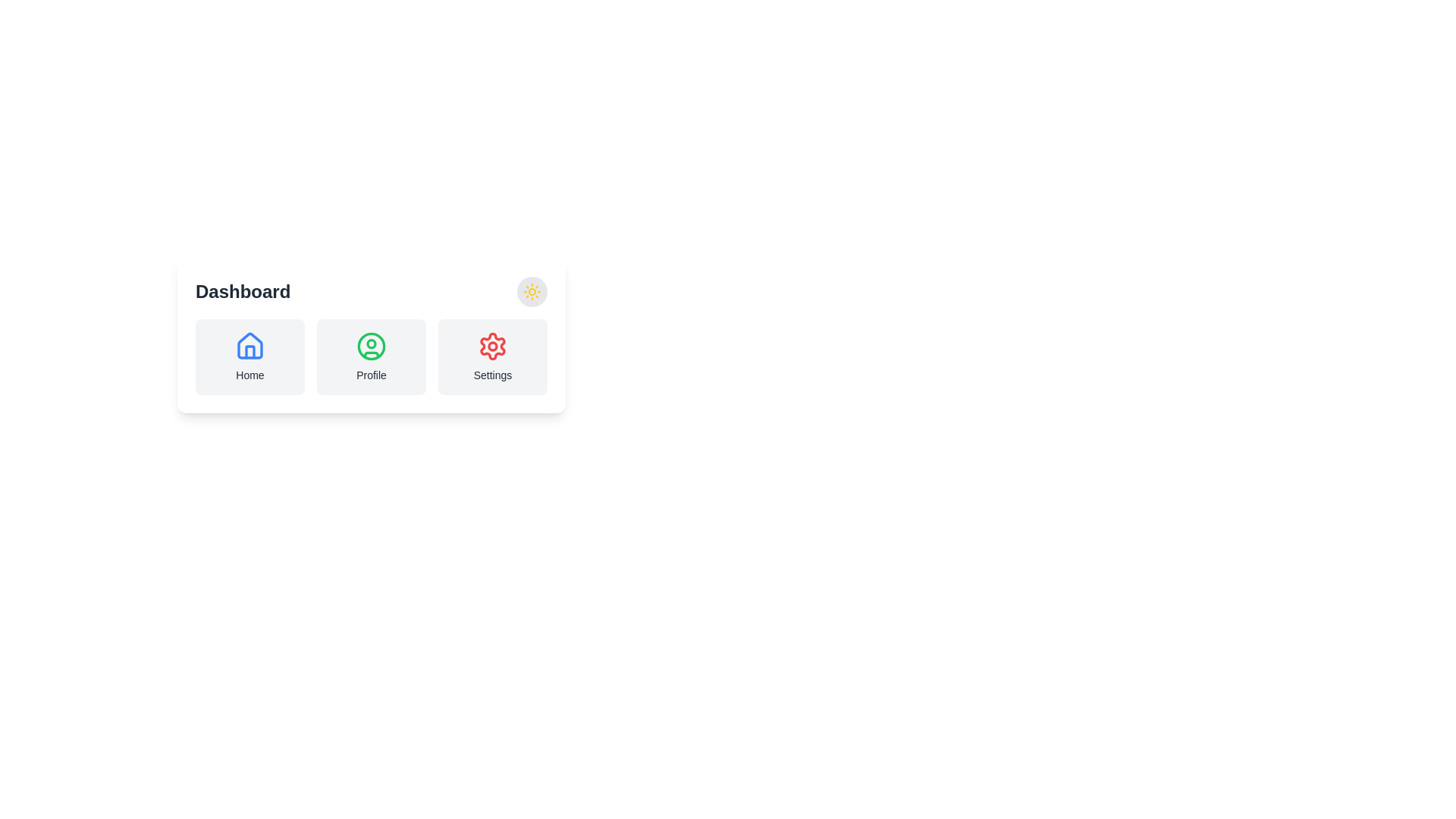 The image size is (1456, 819). I want to click on the user profile icon button located under the 'Dashboard' header, which is the second button from the left, so click(371, 346).